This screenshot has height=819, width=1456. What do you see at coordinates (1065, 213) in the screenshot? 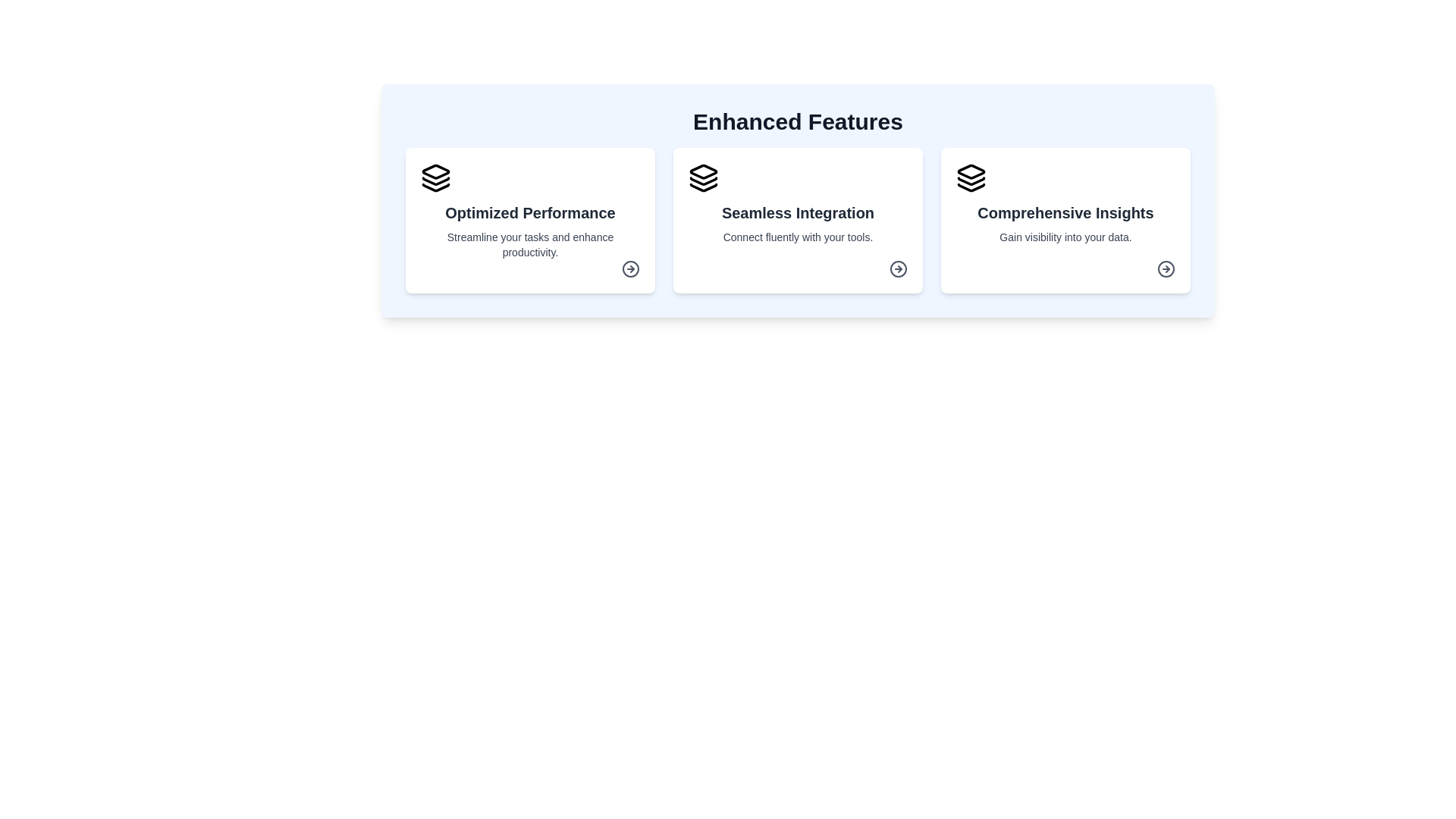
I see `the static text label that serves as a header, positioned below an icon and above a smaller text description` at bounding box center [1065, 213].